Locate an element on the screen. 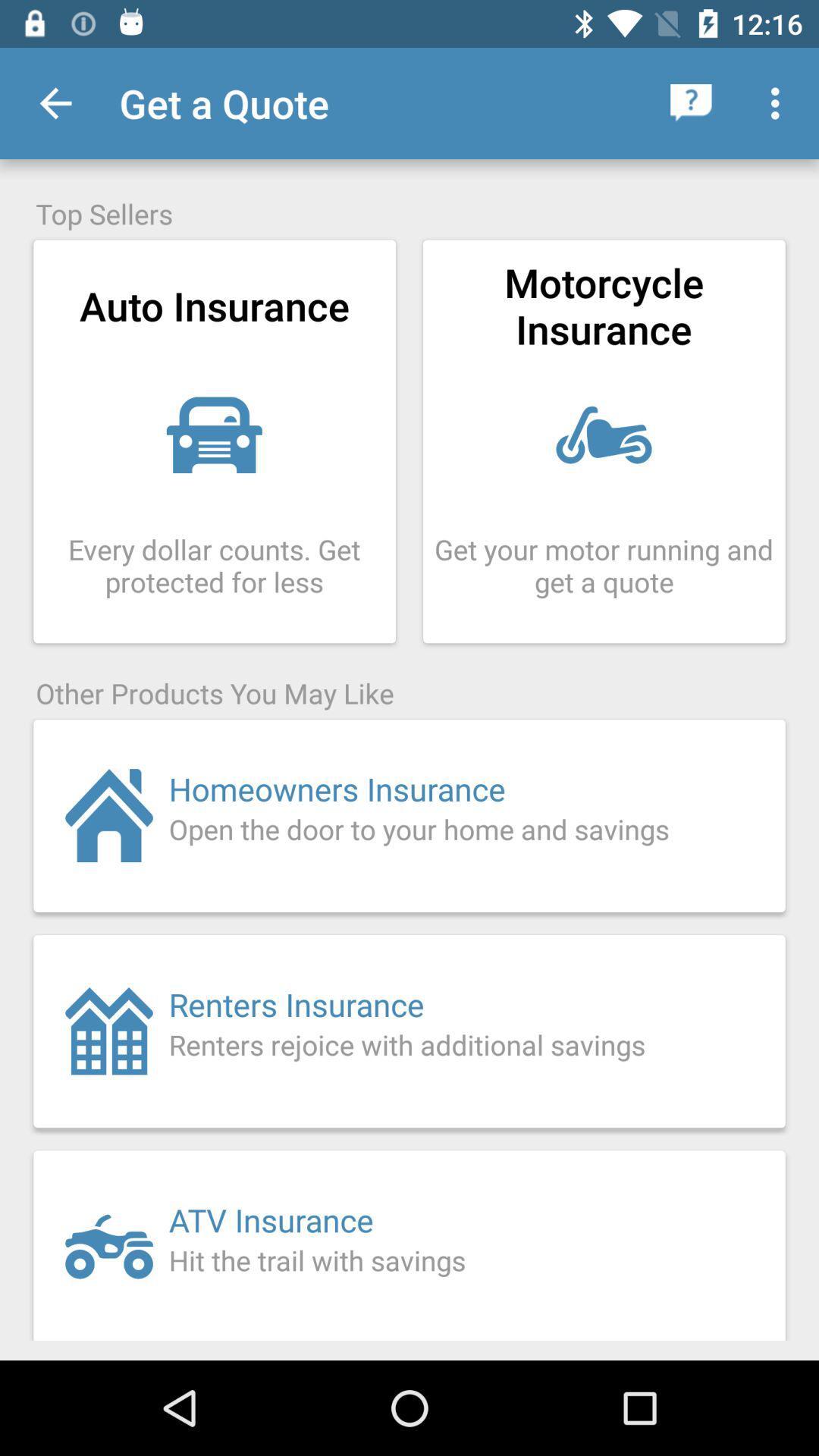 This screenshot has height=1456, width=819. the icon above the top sellers icon is located at coordinates (55, 102).